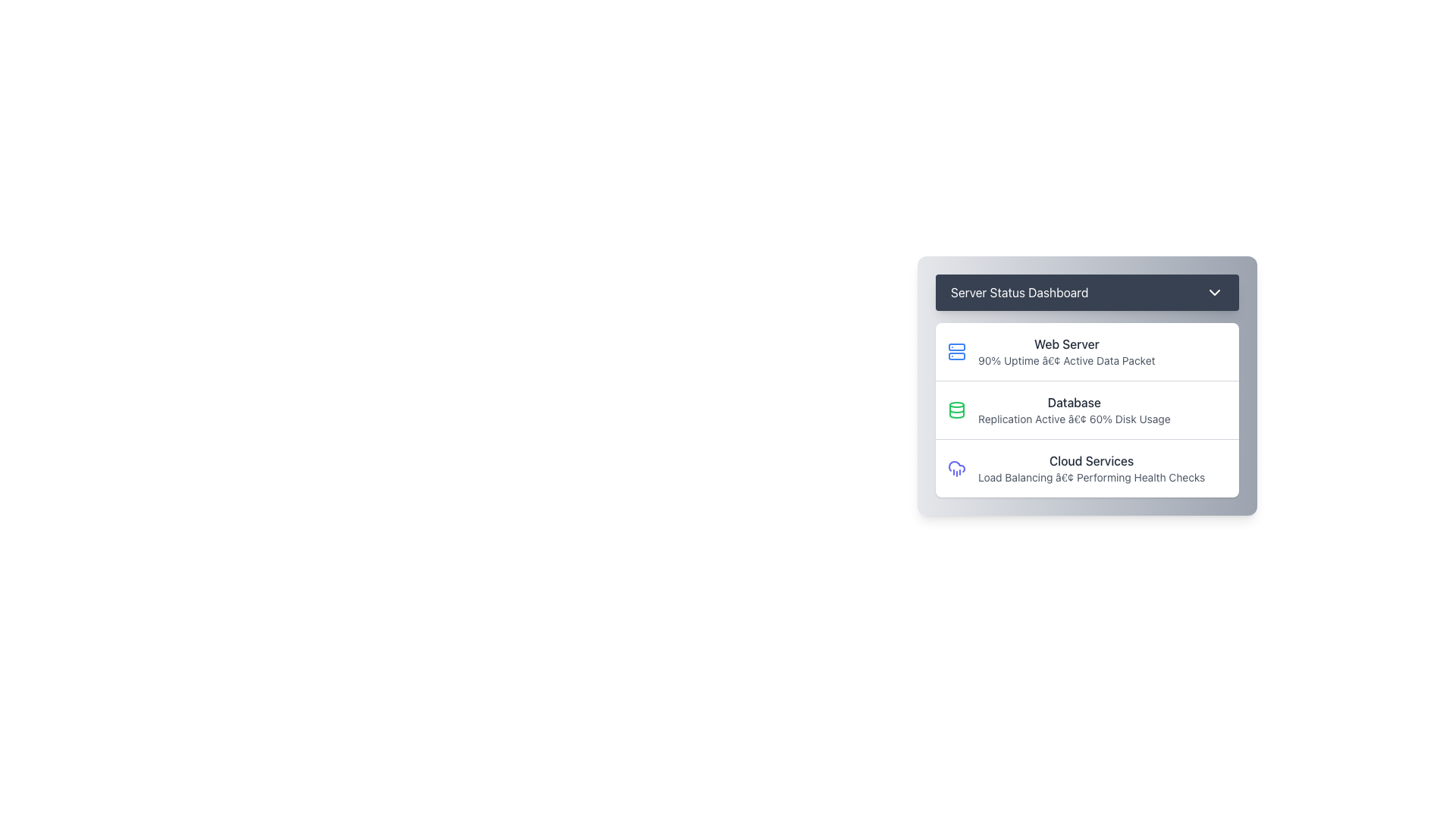 This screenshot has width=1456, height=819. What do you see at coordinates (1087, 385) in the screenshot?
I see `status information displayed on the dashboard panel that summarizes the performance details of various services such as web servers, databases, and cloud services` at bounding box center [1087, 385].